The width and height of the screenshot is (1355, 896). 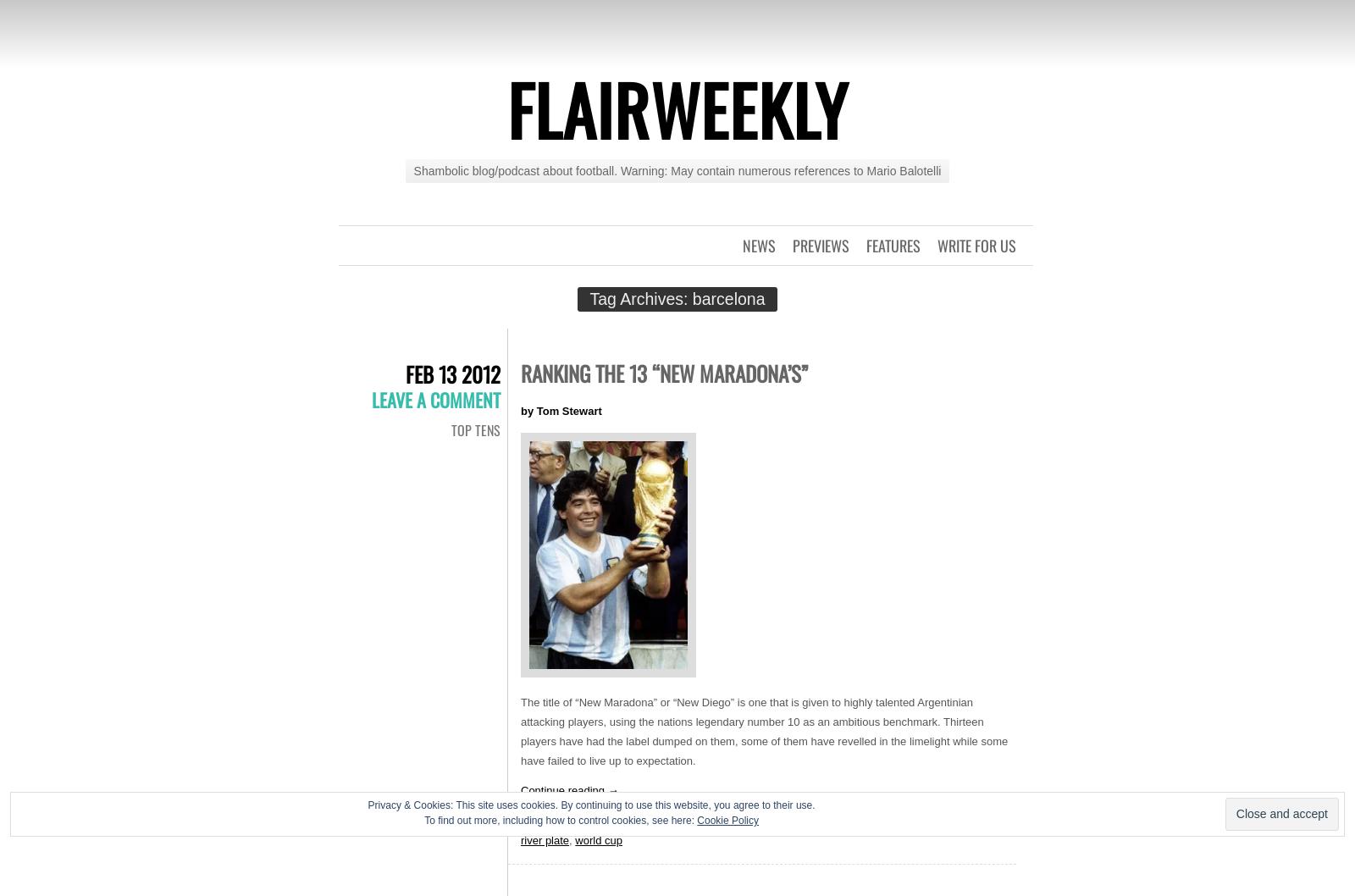 What do you see at coordinates (741, 244) in the screenshot?
I see `'News'` at bounding box center [741, 244].